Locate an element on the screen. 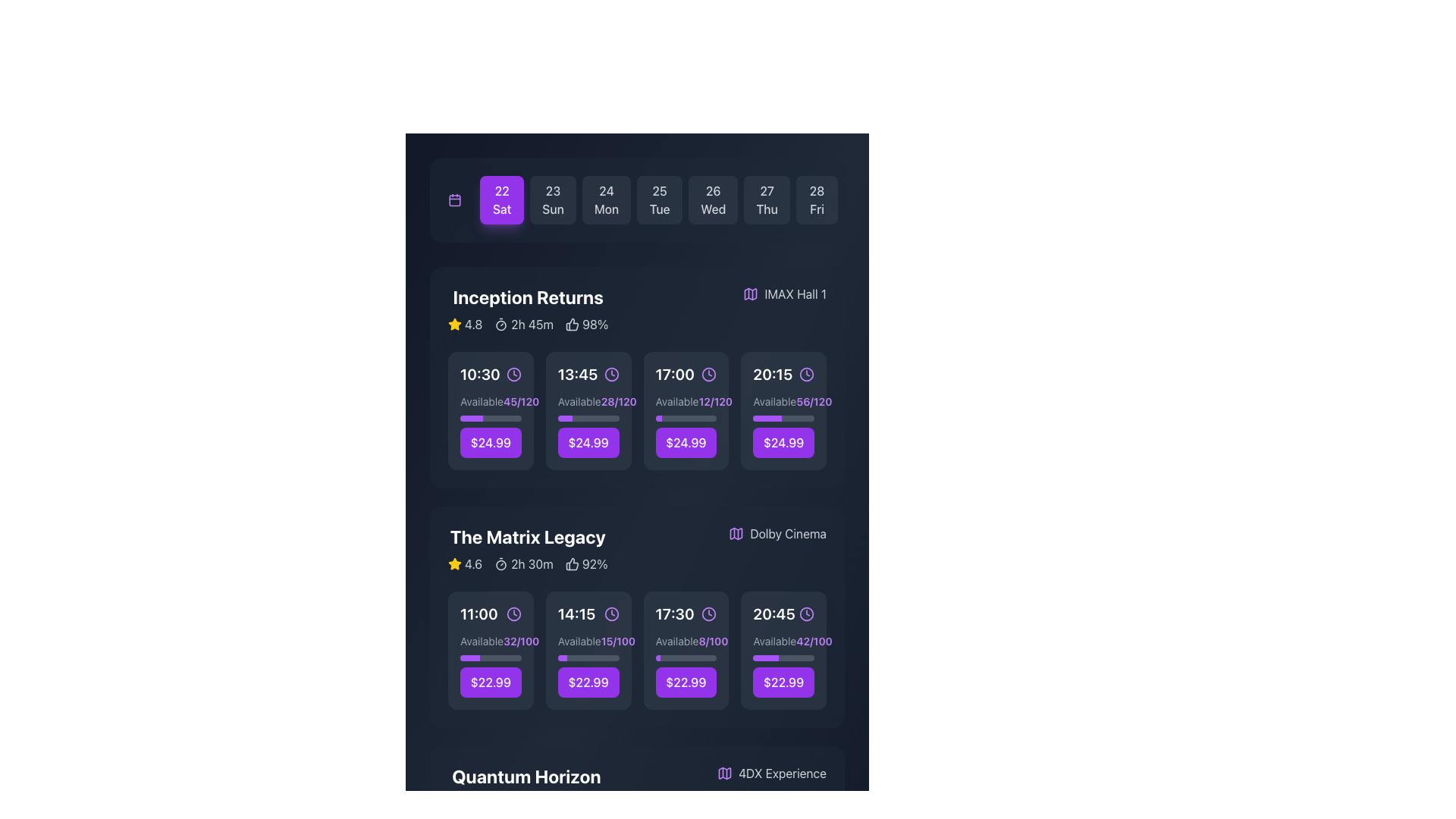 The image size is (1456, 819). the clock icon with a purple outline representing time, located in the second row of movie showtimes under 'The Matrix Legacy', to the right of '14:15' is located at coordinates (611, 614).